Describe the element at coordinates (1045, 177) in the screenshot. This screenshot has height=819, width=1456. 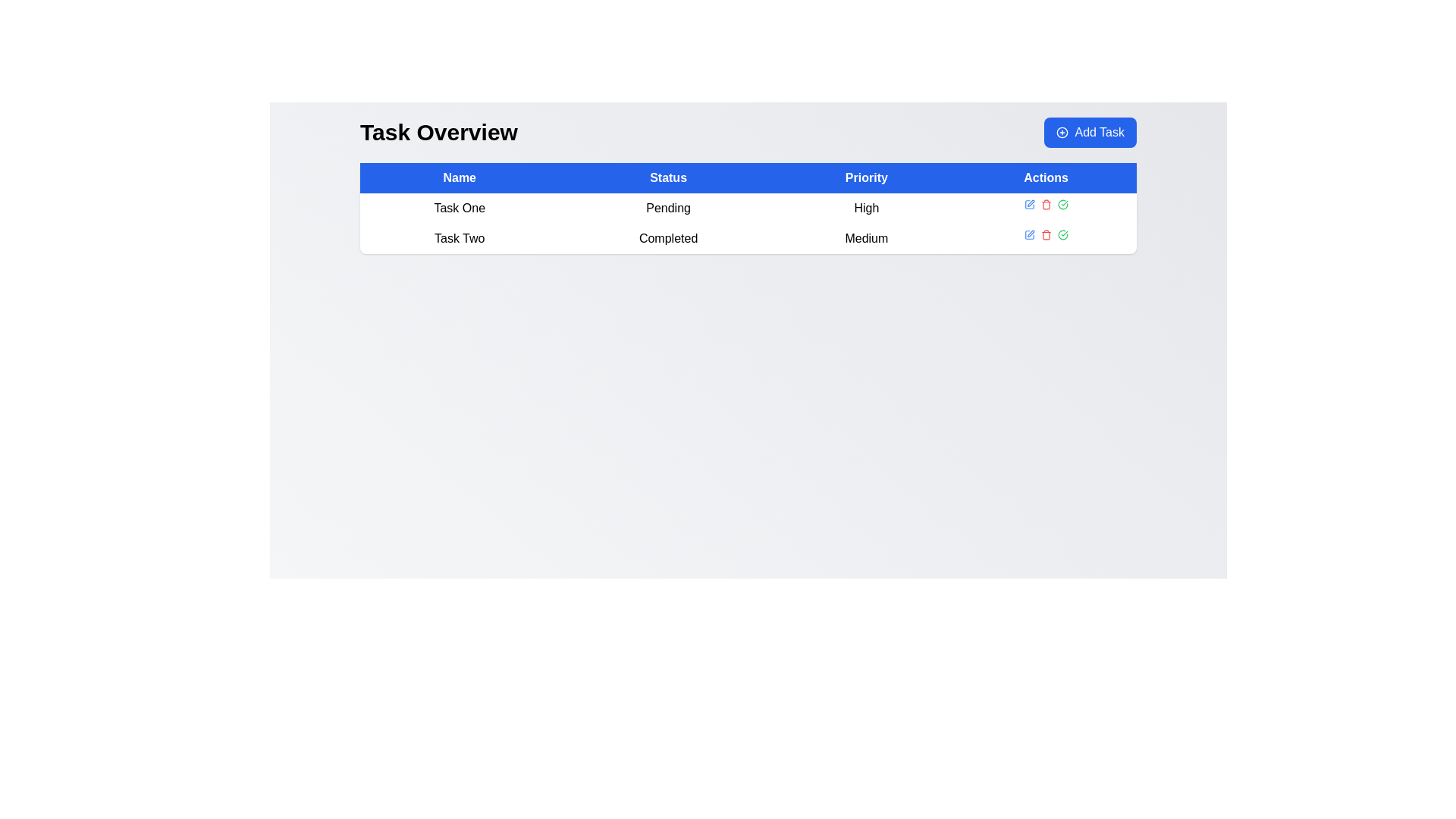
I see `the Table Header Cell located in the top-right section of the table header row, which follows the 'Priority', 'Status', and 'Name' headers, serving as the header for interaction options for each row` at that location.